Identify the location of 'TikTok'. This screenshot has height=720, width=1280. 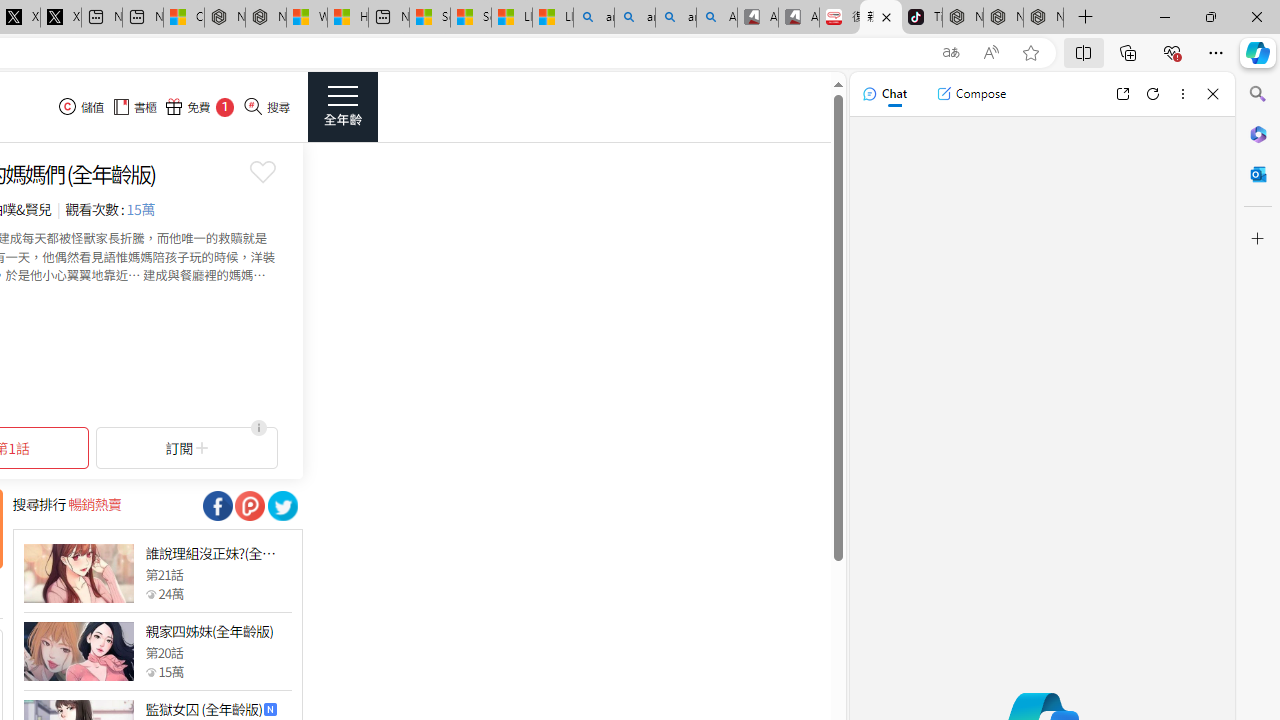
(921, 17).